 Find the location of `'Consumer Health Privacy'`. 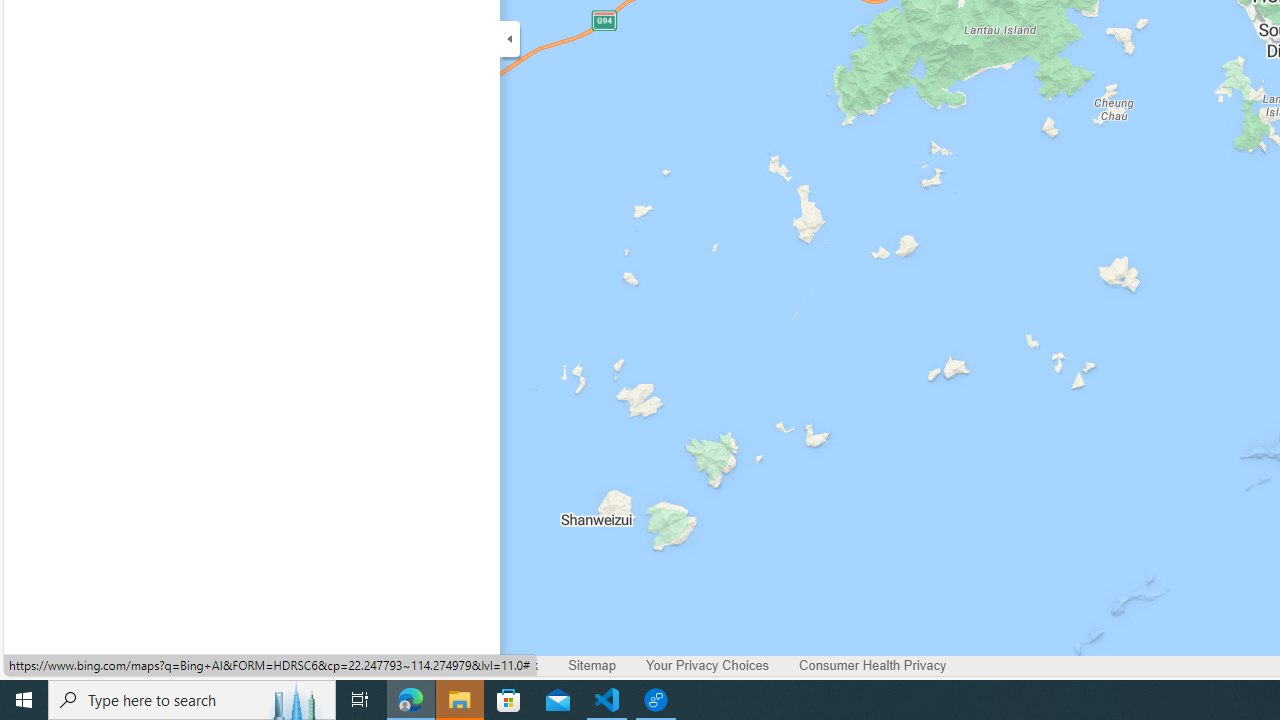

'Consumer Health Privacy' is located at coordinates (872, 665).